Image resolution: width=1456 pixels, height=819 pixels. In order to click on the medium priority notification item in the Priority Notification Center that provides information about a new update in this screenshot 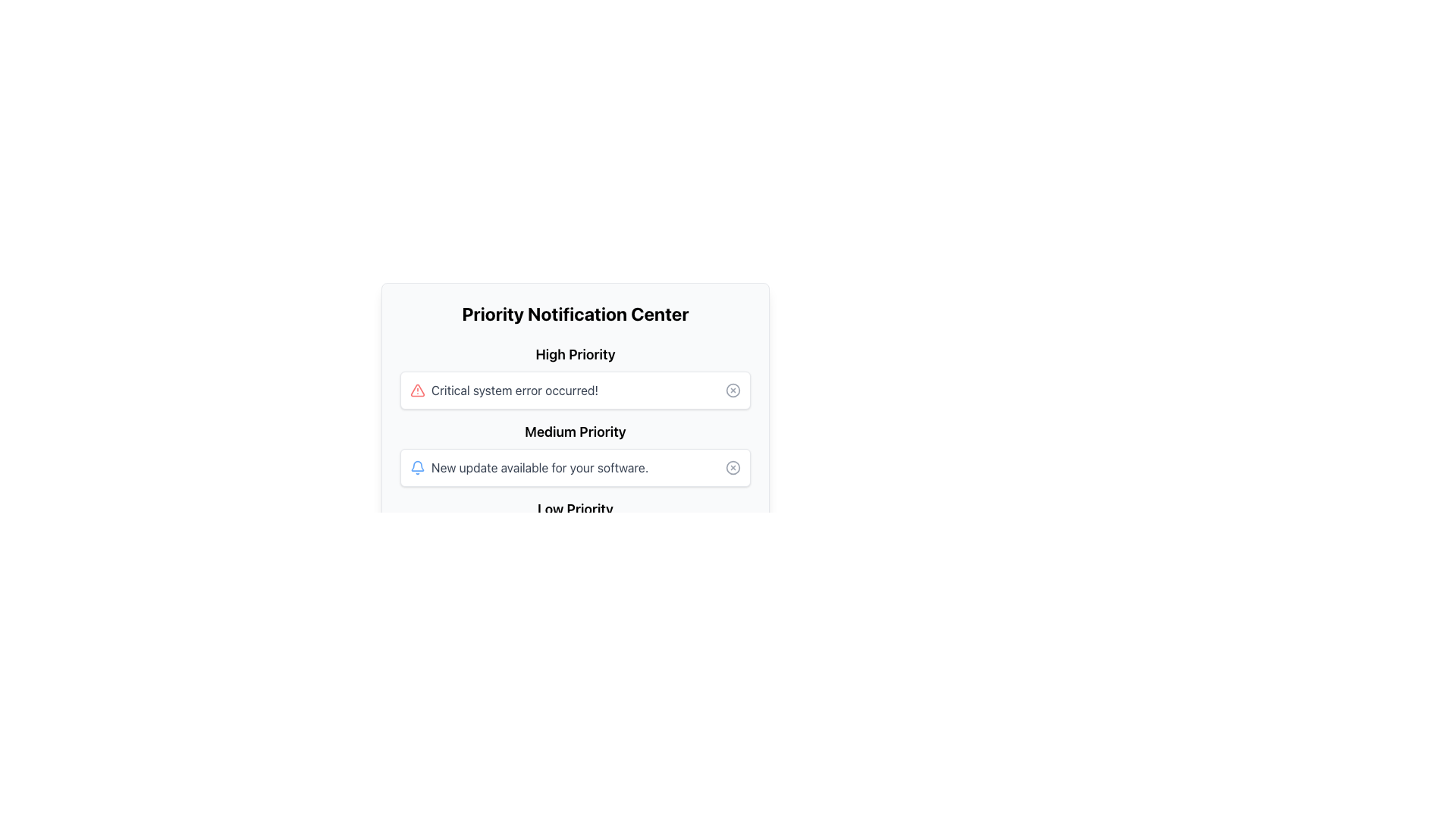, I will do `click(574, 453)`.